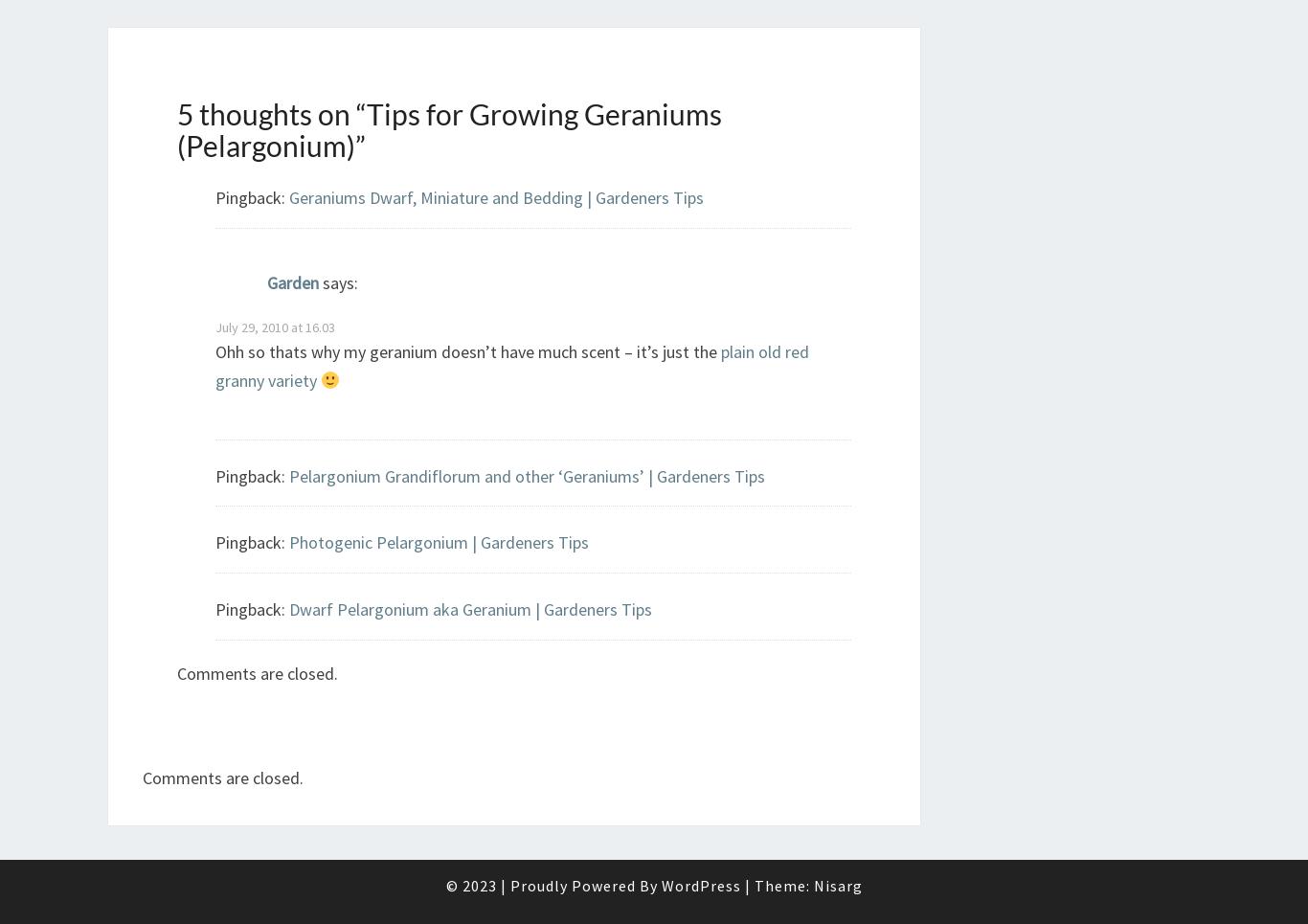 This screenshot has height=924, width=1308. I want to click on 'says:', so click(339, 282).